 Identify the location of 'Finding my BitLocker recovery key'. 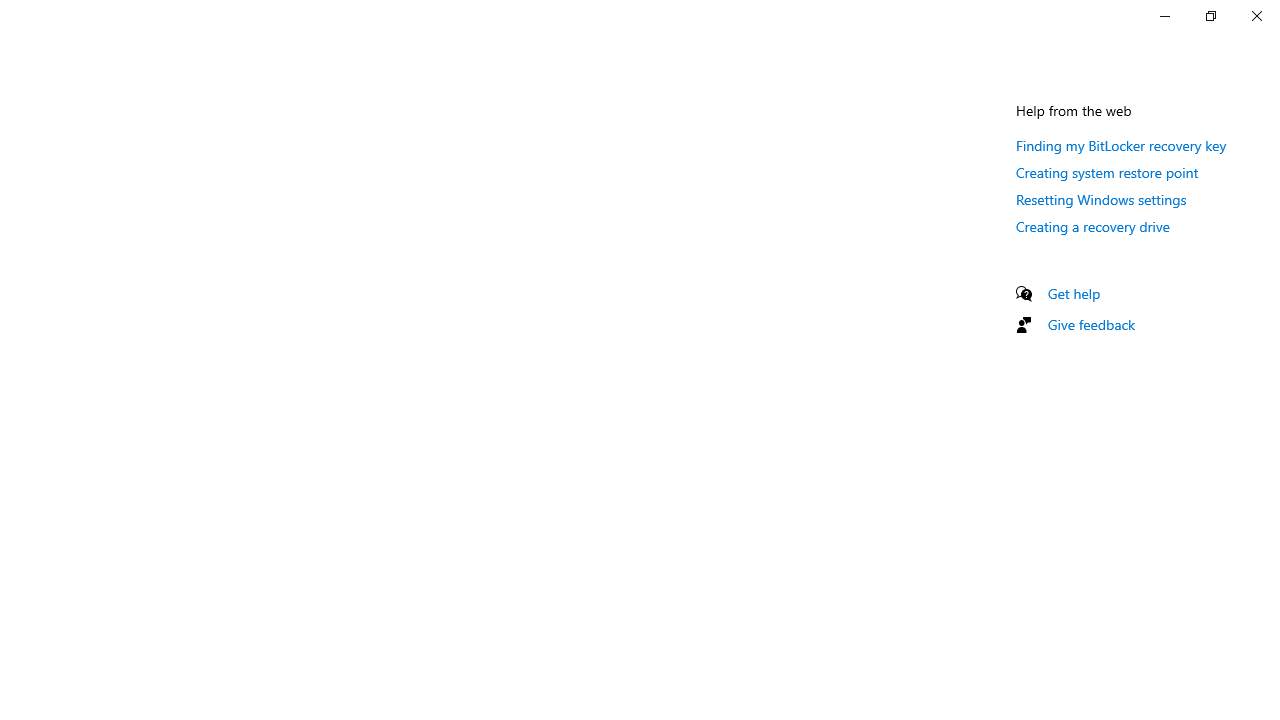
(1121, 144).